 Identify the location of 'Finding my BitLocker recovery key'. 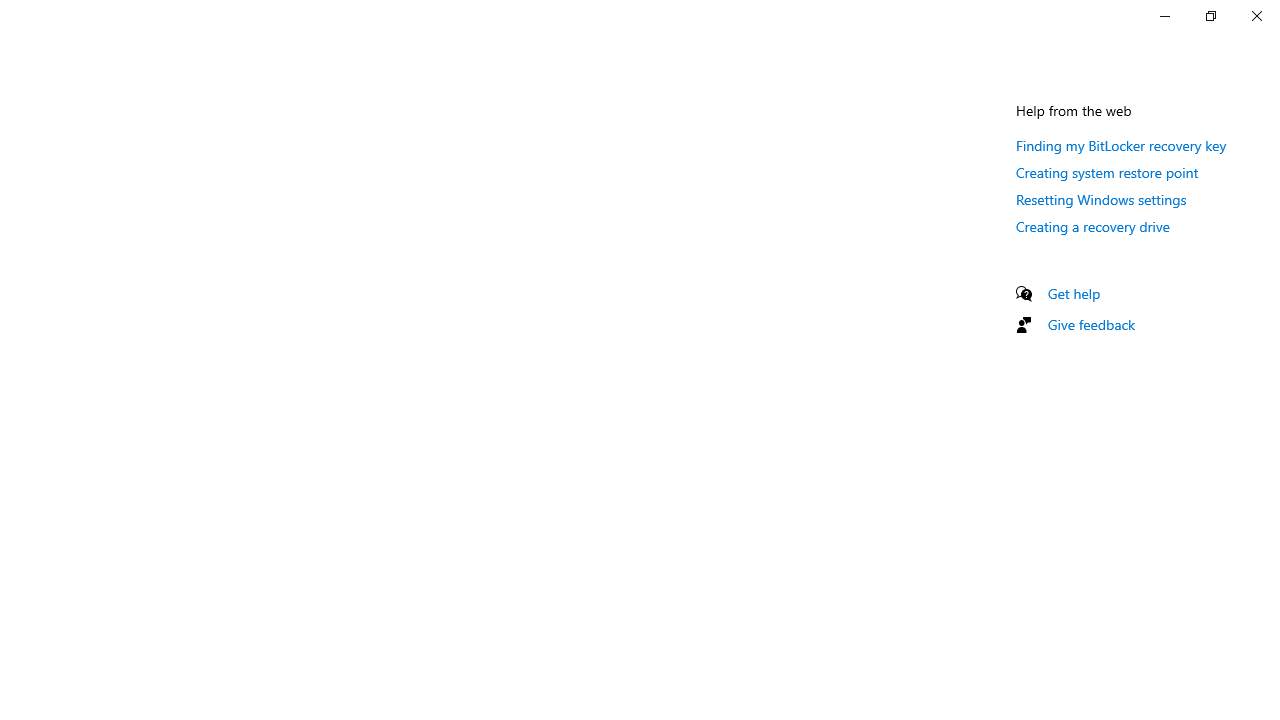
(1121, 144).